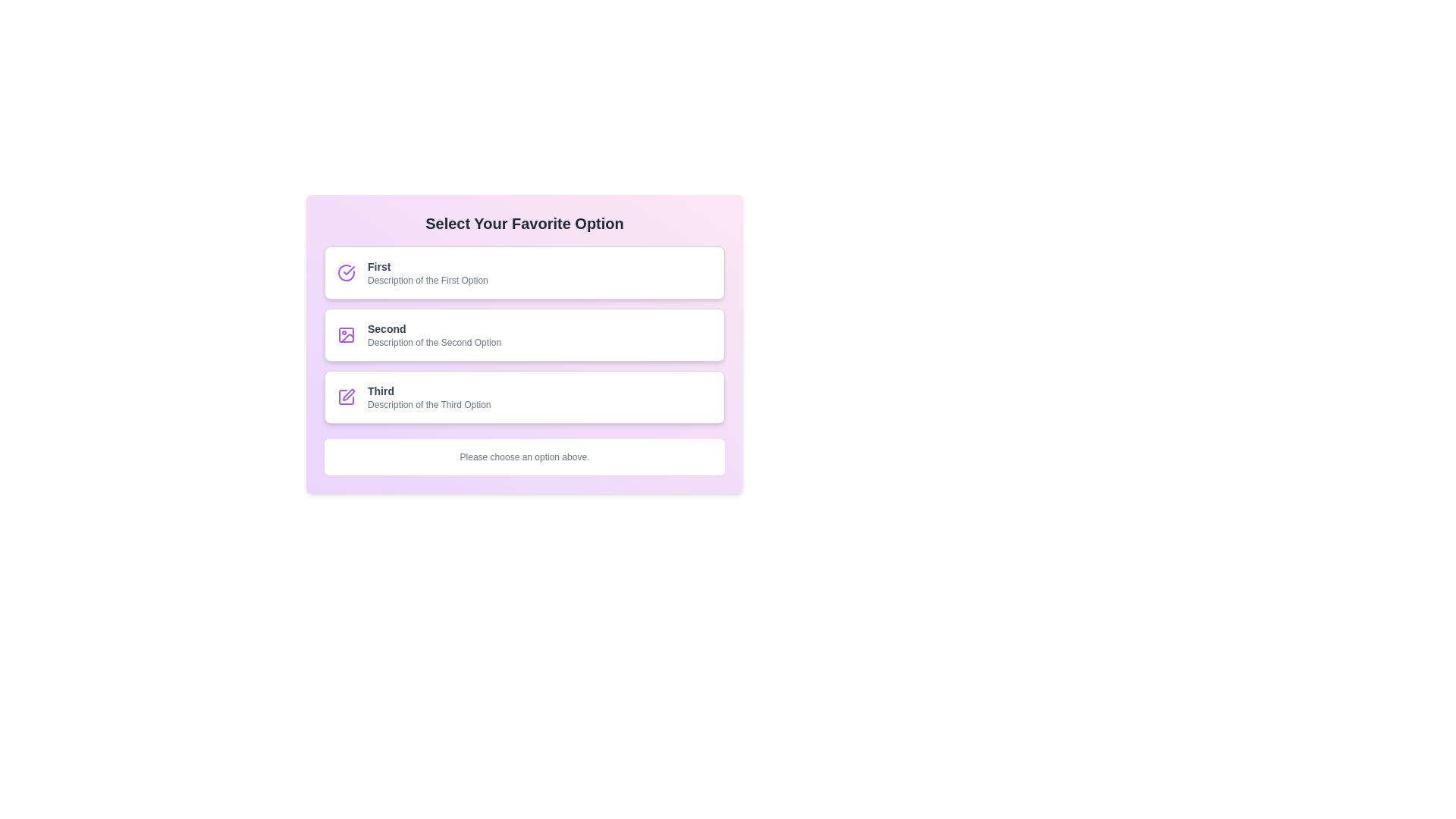  I want to click on the decorative vector graphic component located beside the textual label 'Third' in the list of selectable options, so click(345, 397).